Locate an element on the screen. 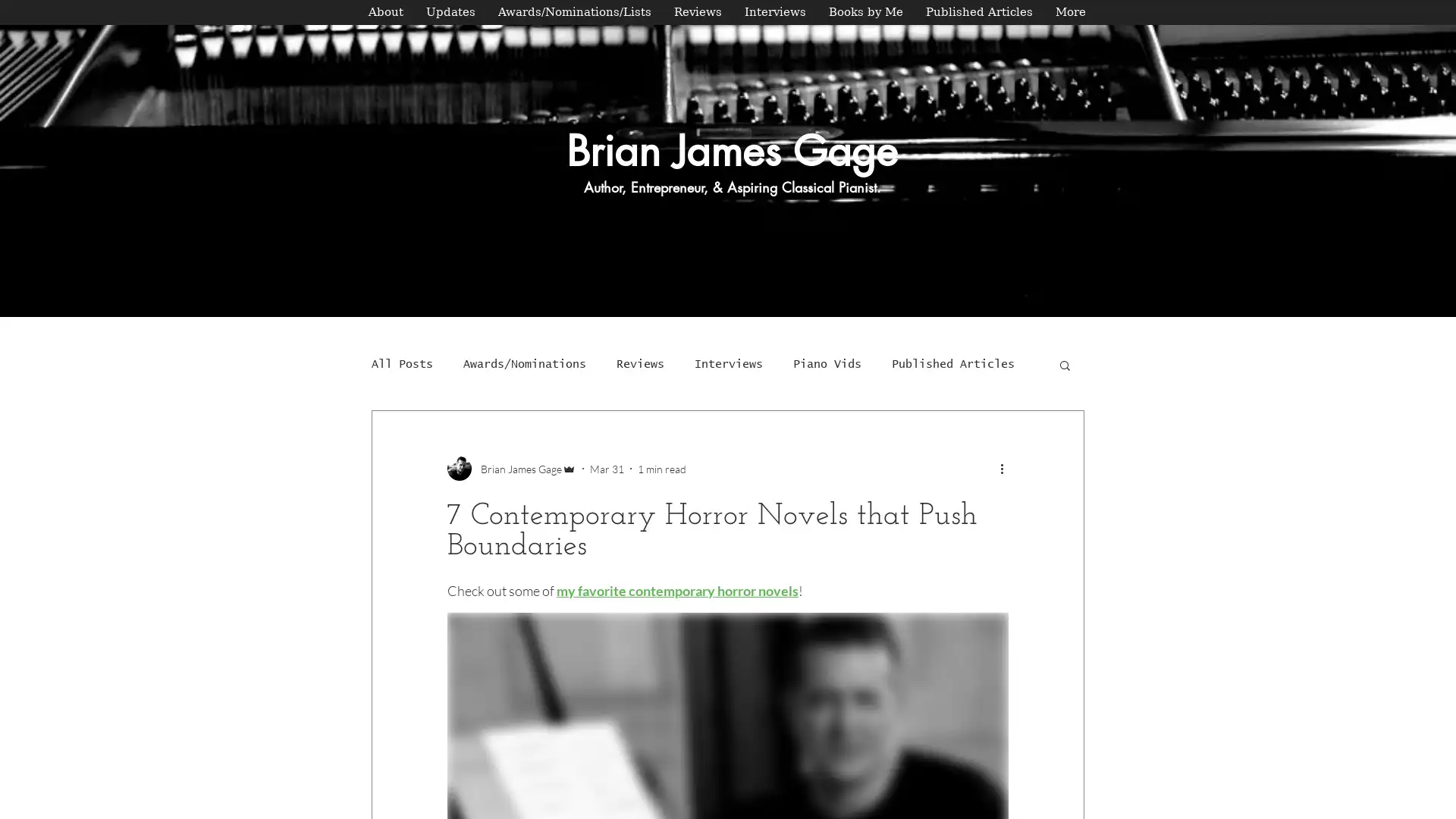  Piano Vids is located at coordinates (826, 365).